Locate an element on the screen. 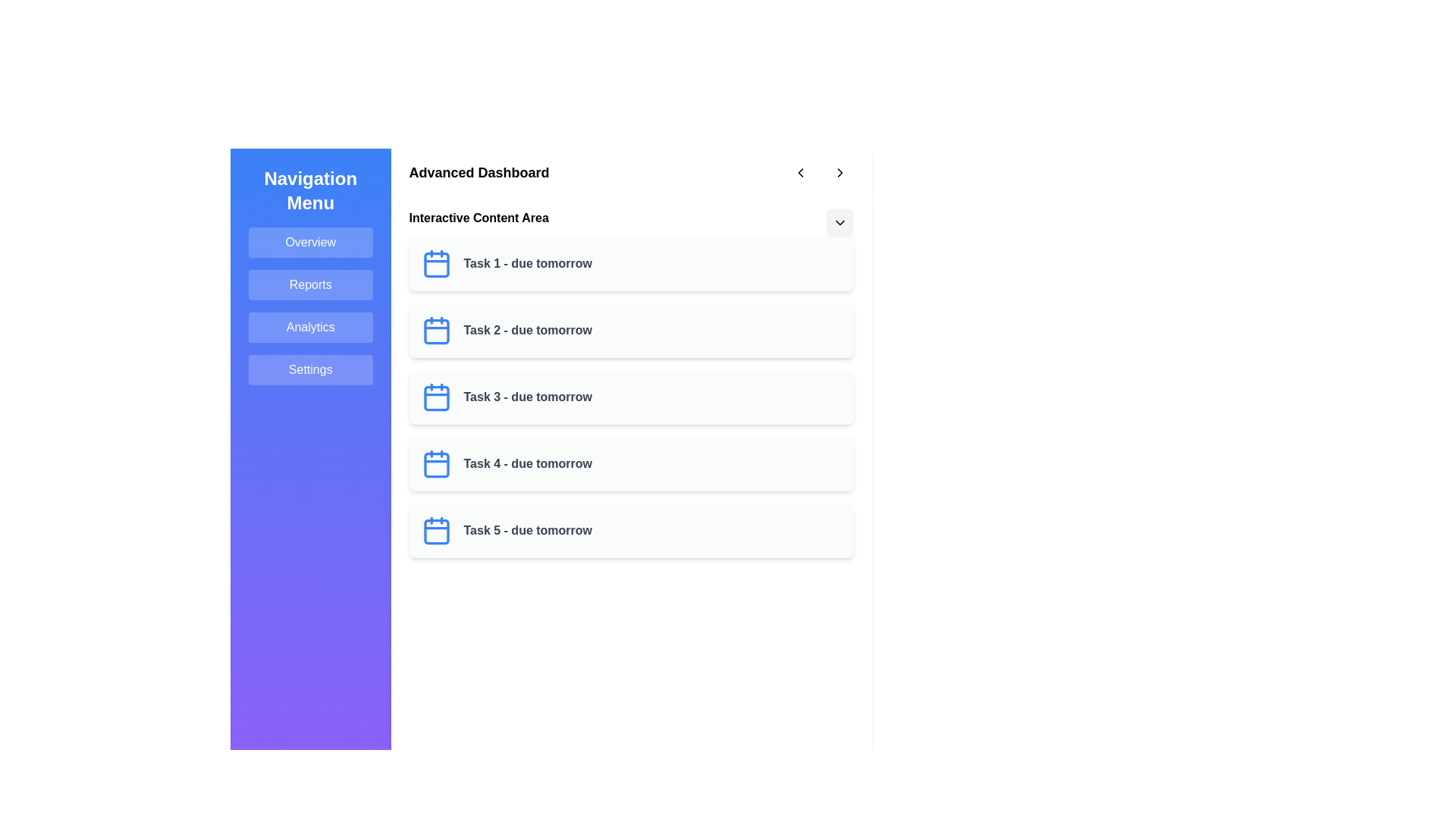 The image size is (1456, 819). the circular button with a right-facing chevron icon, which is the second button on the right side of the header is located at coordinates (839, 171).